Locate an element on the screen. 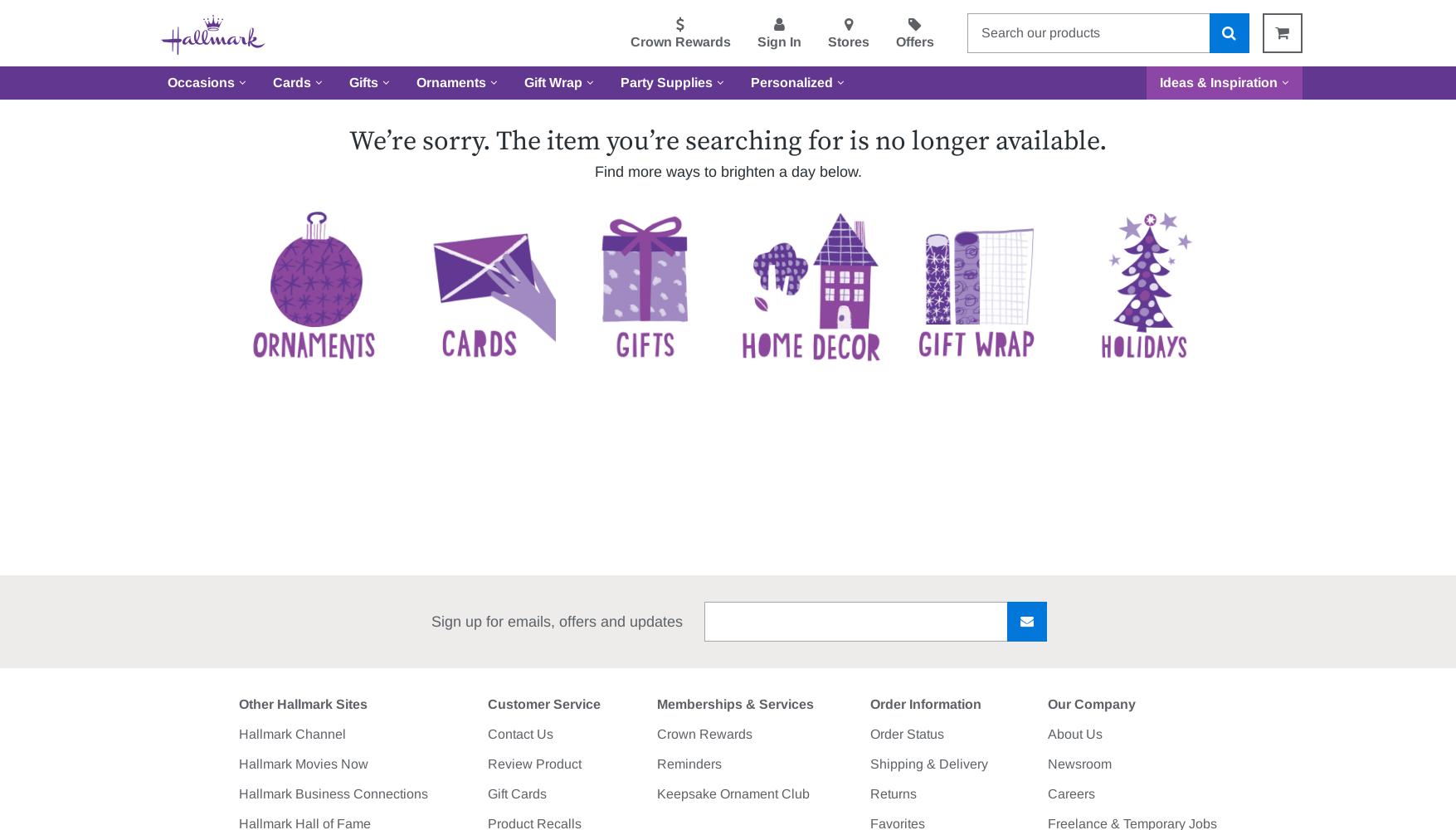 This screenshot has width=1456, height=830. 'Stores' is located at coordinates (847, 41).